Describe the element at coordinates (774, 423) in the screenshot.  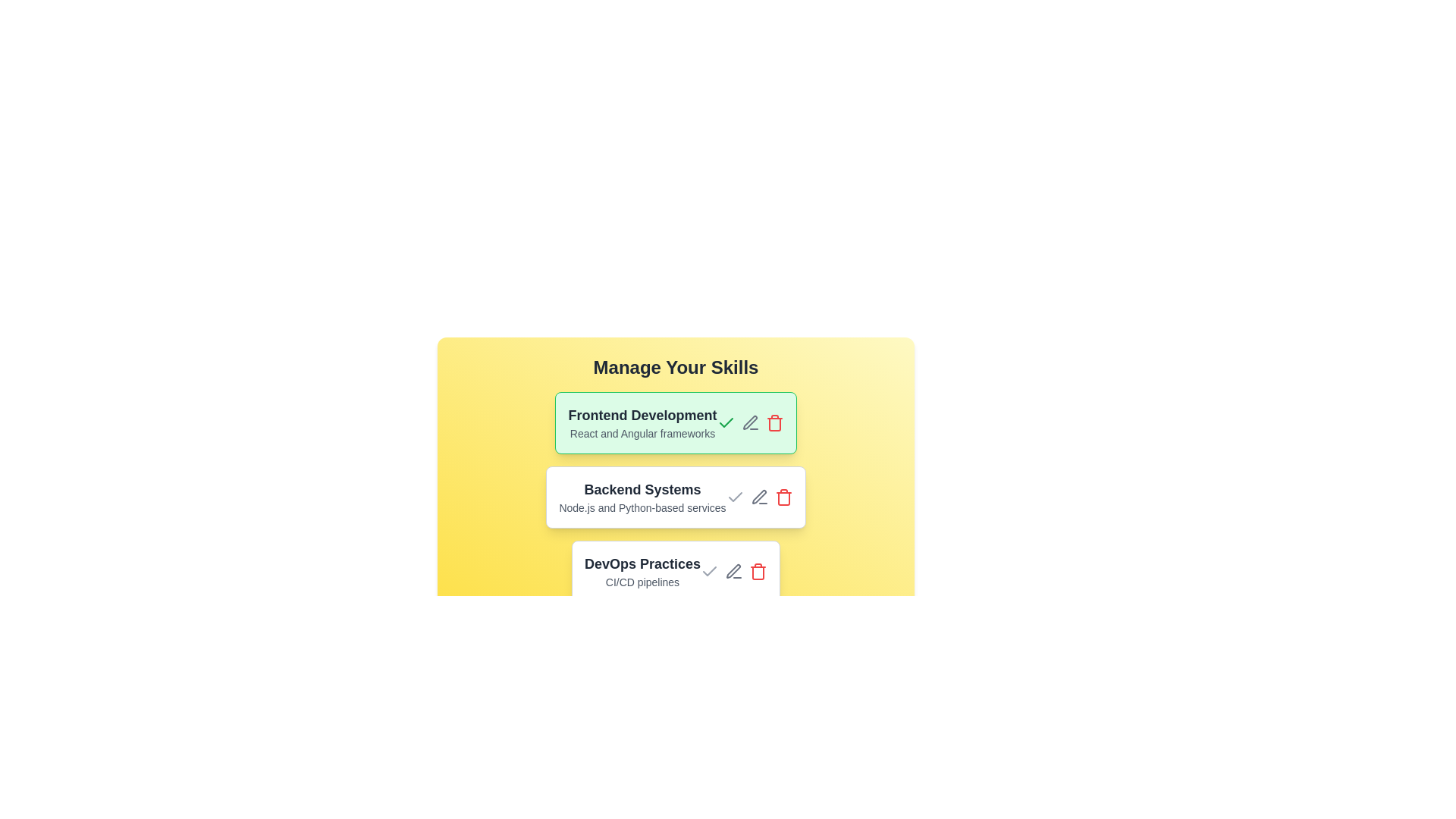
I see `the trash icon to delete the item corresponding to the skill Frontend Development` at that location.